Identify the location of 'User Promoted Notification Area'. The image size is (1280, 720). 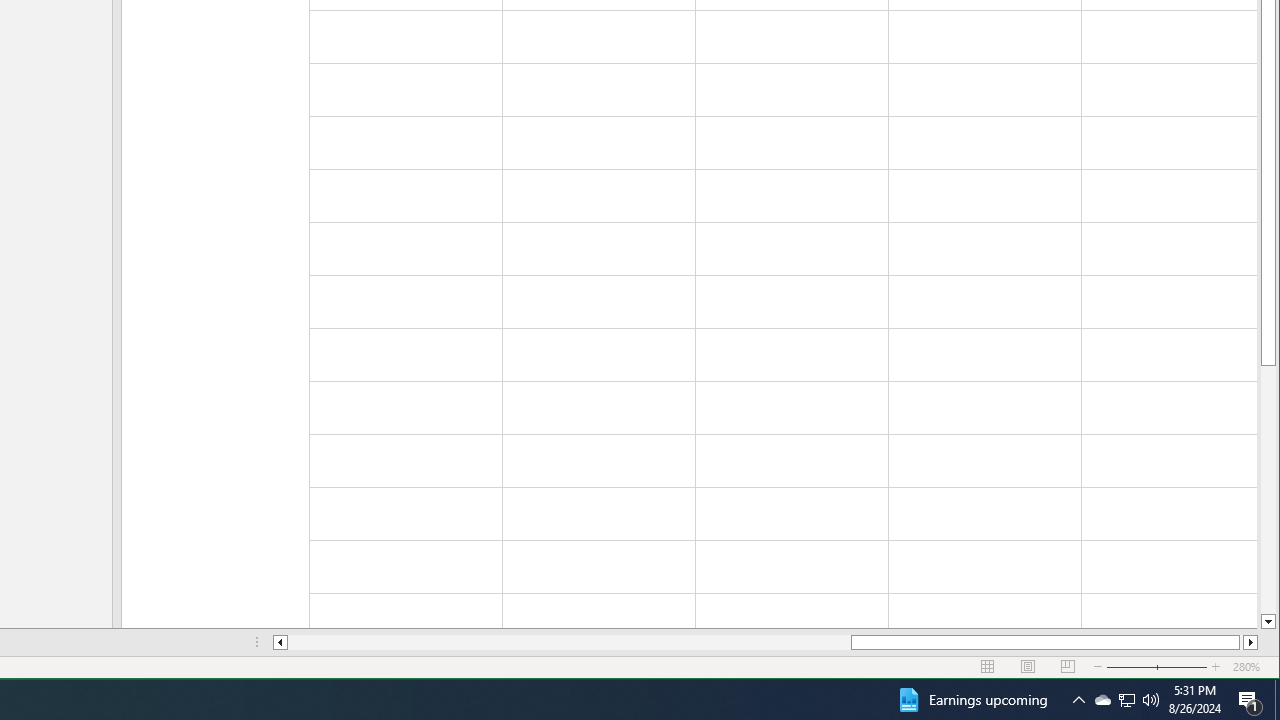
(1127, 698).